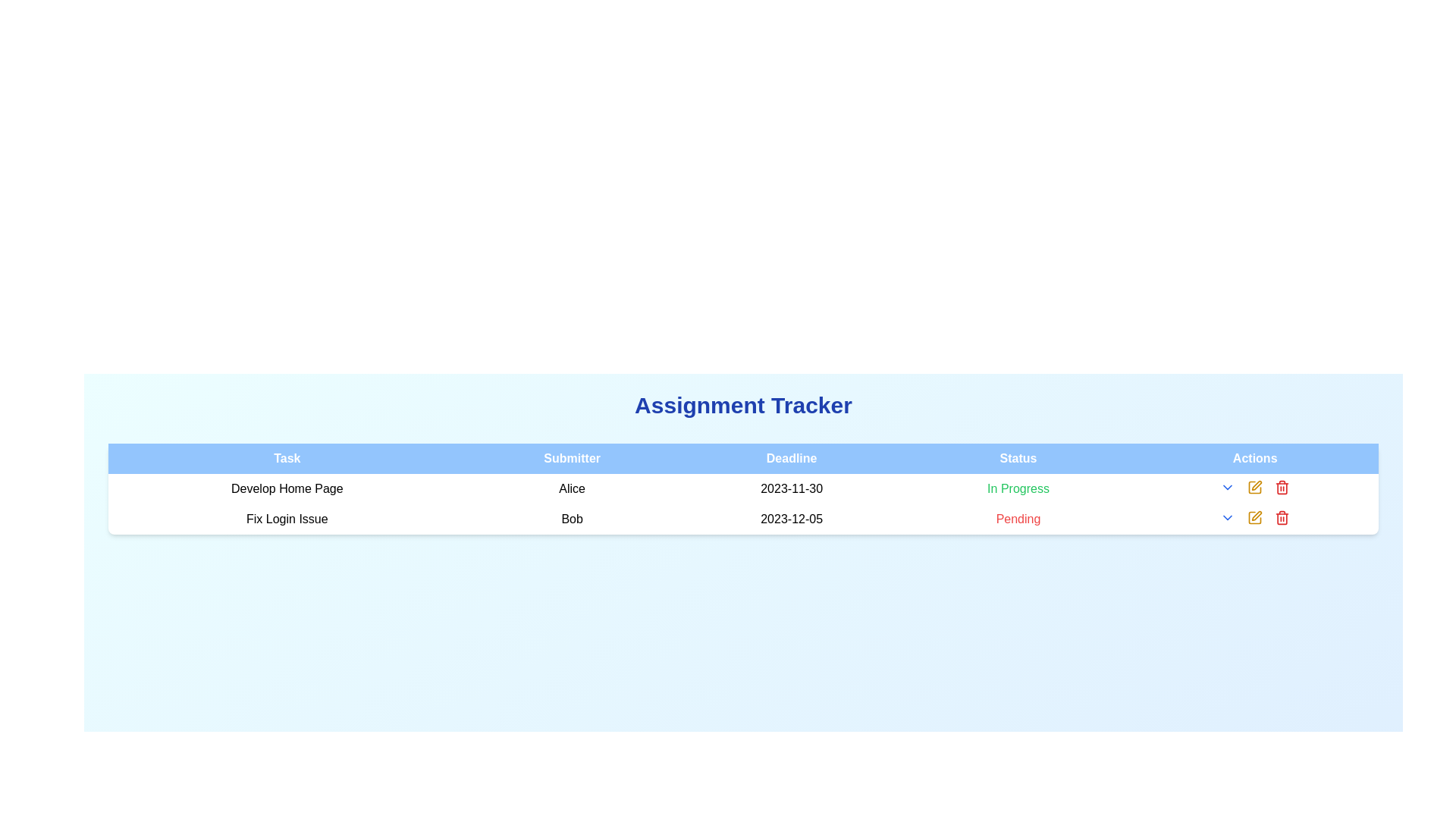 The height and width of the screenshot is (819, 1456). What do you see at coordinates (1018, 488) in the screenshot?
I see `text label styled in green and bold that displays 'In Progress', located in the 'Status' column of the table row for the task 'Develop Home Page'` at bounding box center [1018, 488].